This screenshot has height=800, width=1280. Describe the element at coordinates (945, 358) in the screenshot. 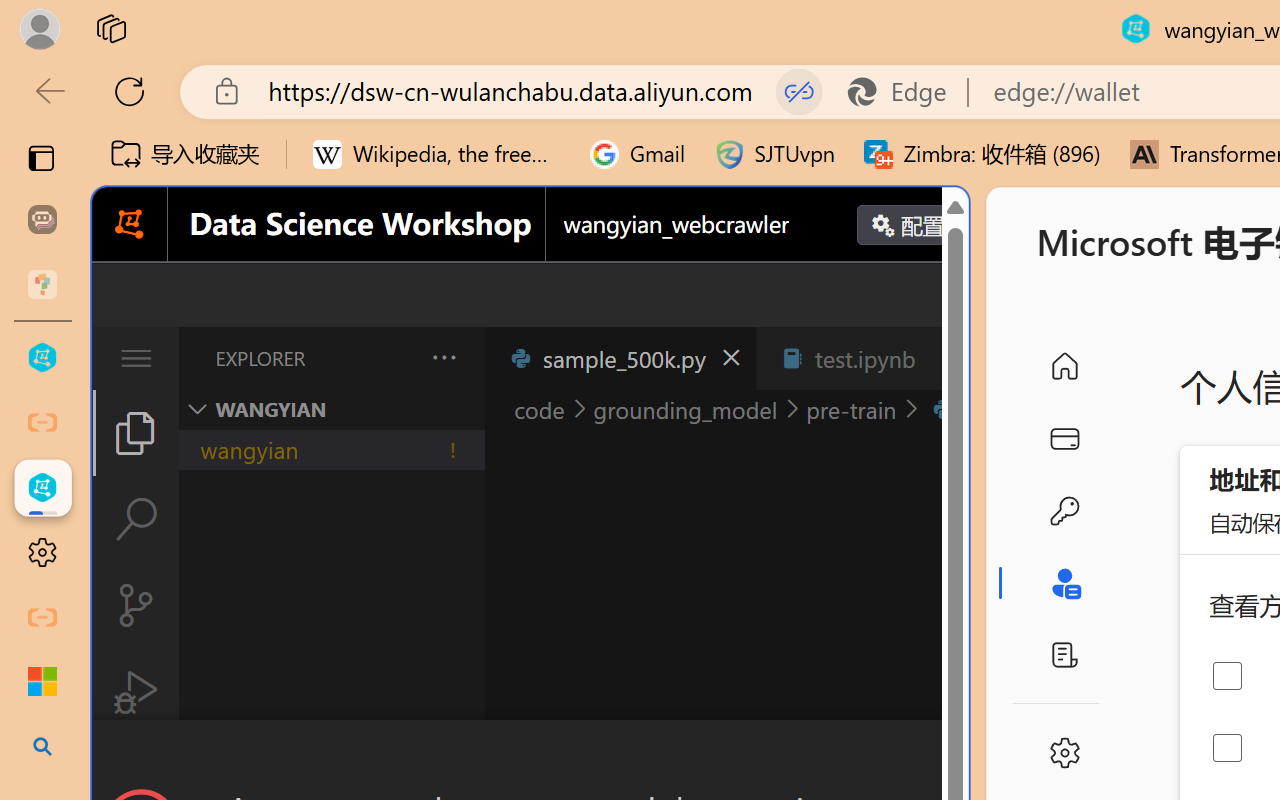

I see `'Close (Ctrl+F4)'` at that location.